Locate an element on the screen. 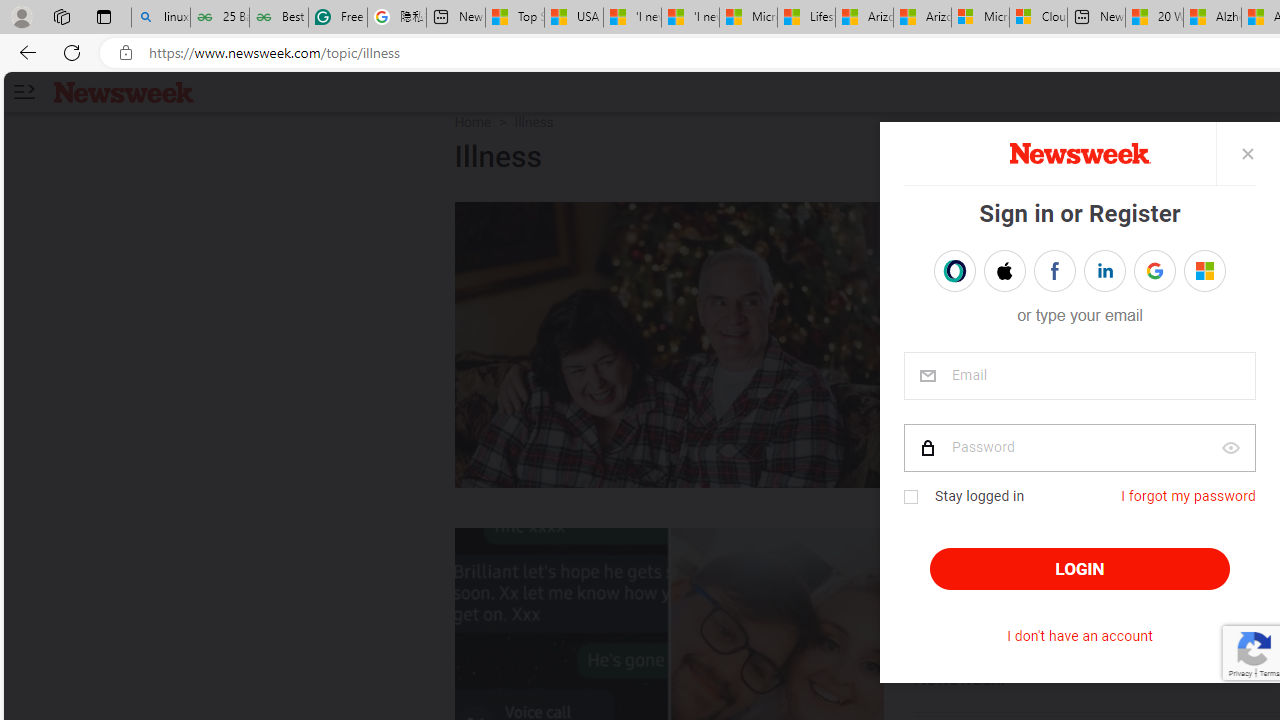 This screenshot has width=1280, height=720. 'linux basic - Search' is located at coordinates (160, 17).